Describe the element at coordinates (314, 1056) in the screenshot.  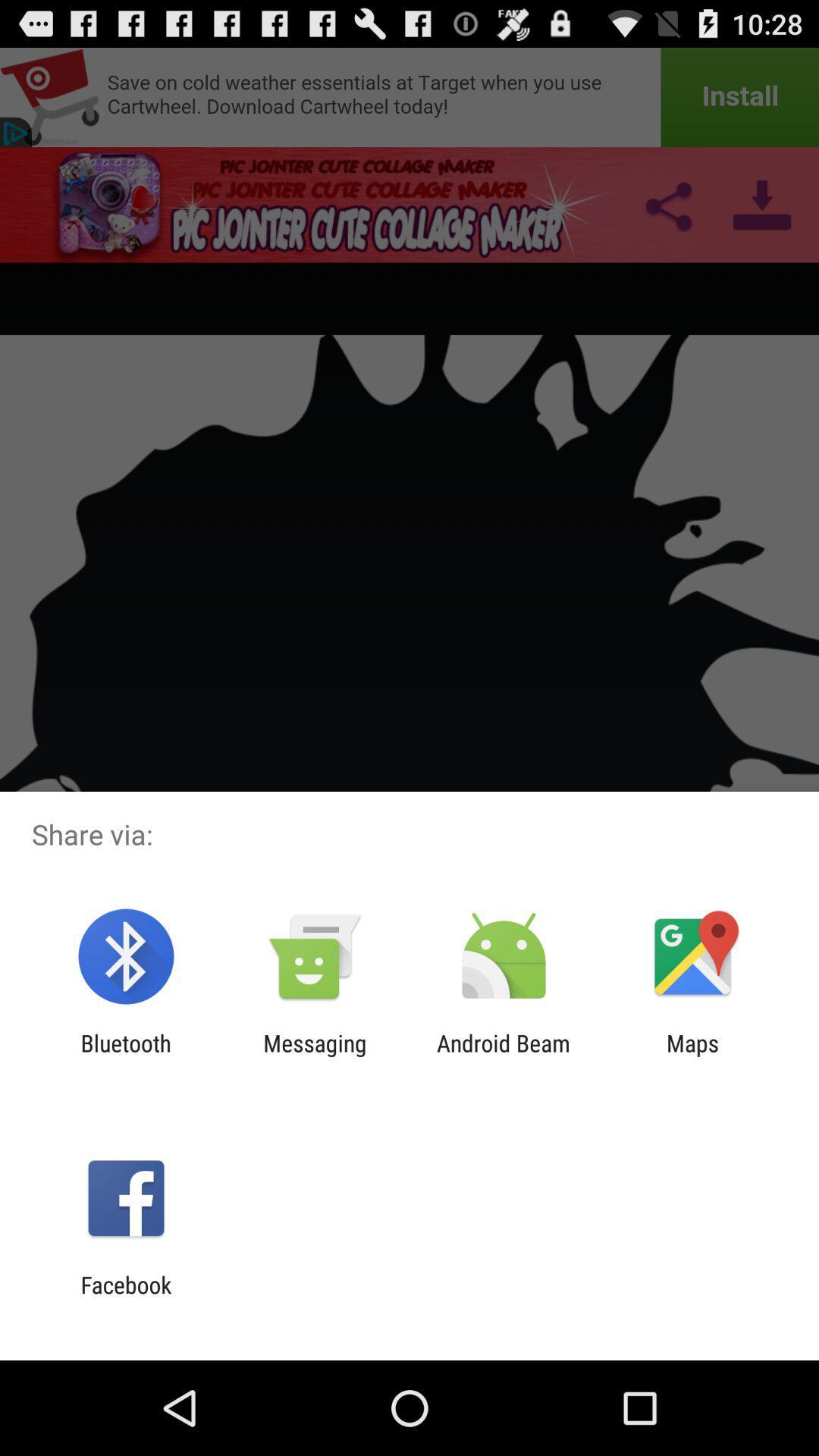
I see `the messaging app` at that location.